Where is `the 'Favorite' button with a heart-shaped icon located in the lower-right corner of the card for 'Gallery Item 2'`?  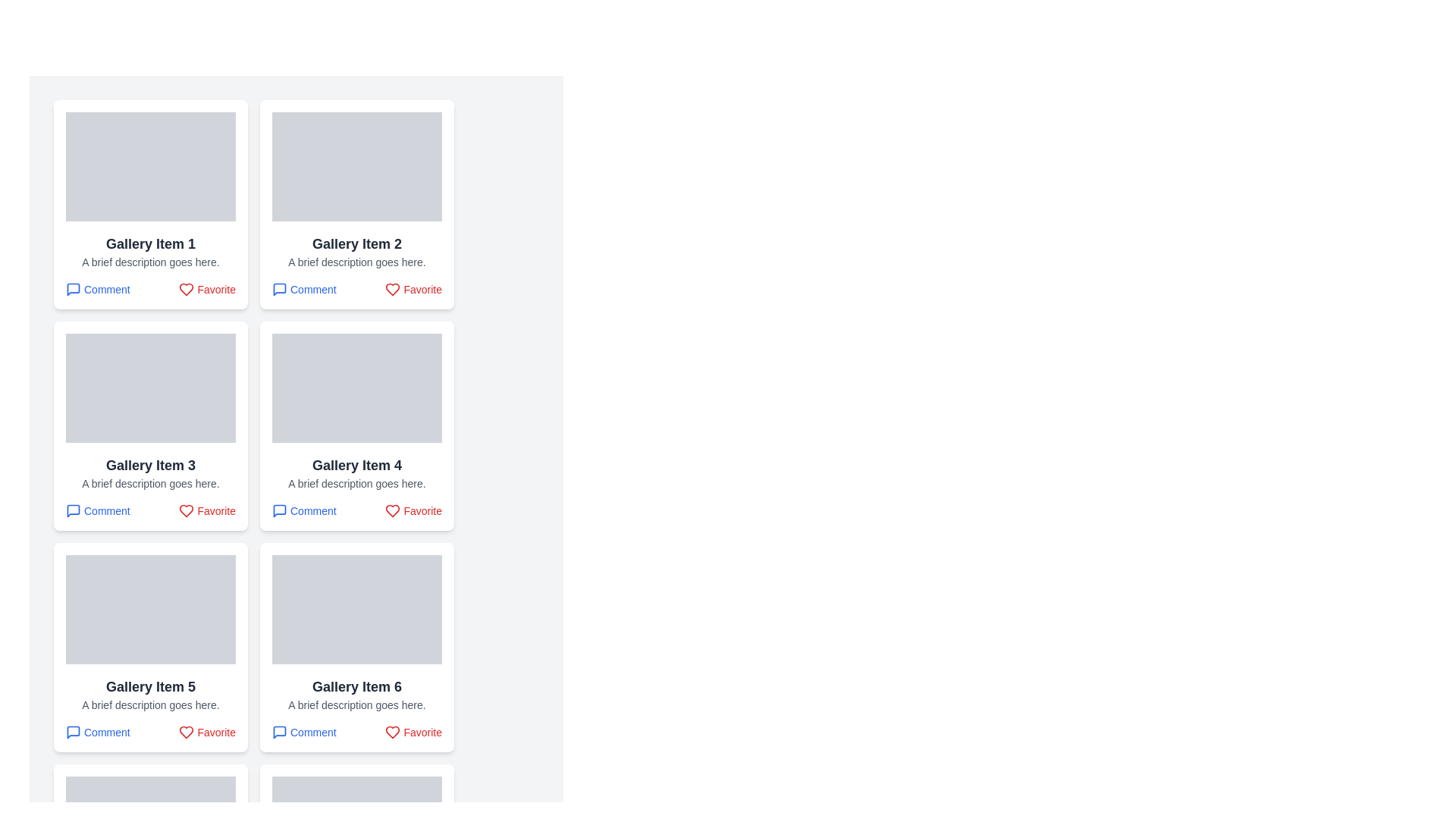
the 'Favorite' button with a heart-shaped icon located in the lower-right corner of the card for 'Gallery Item 2' is located at coordinates (413, 289).